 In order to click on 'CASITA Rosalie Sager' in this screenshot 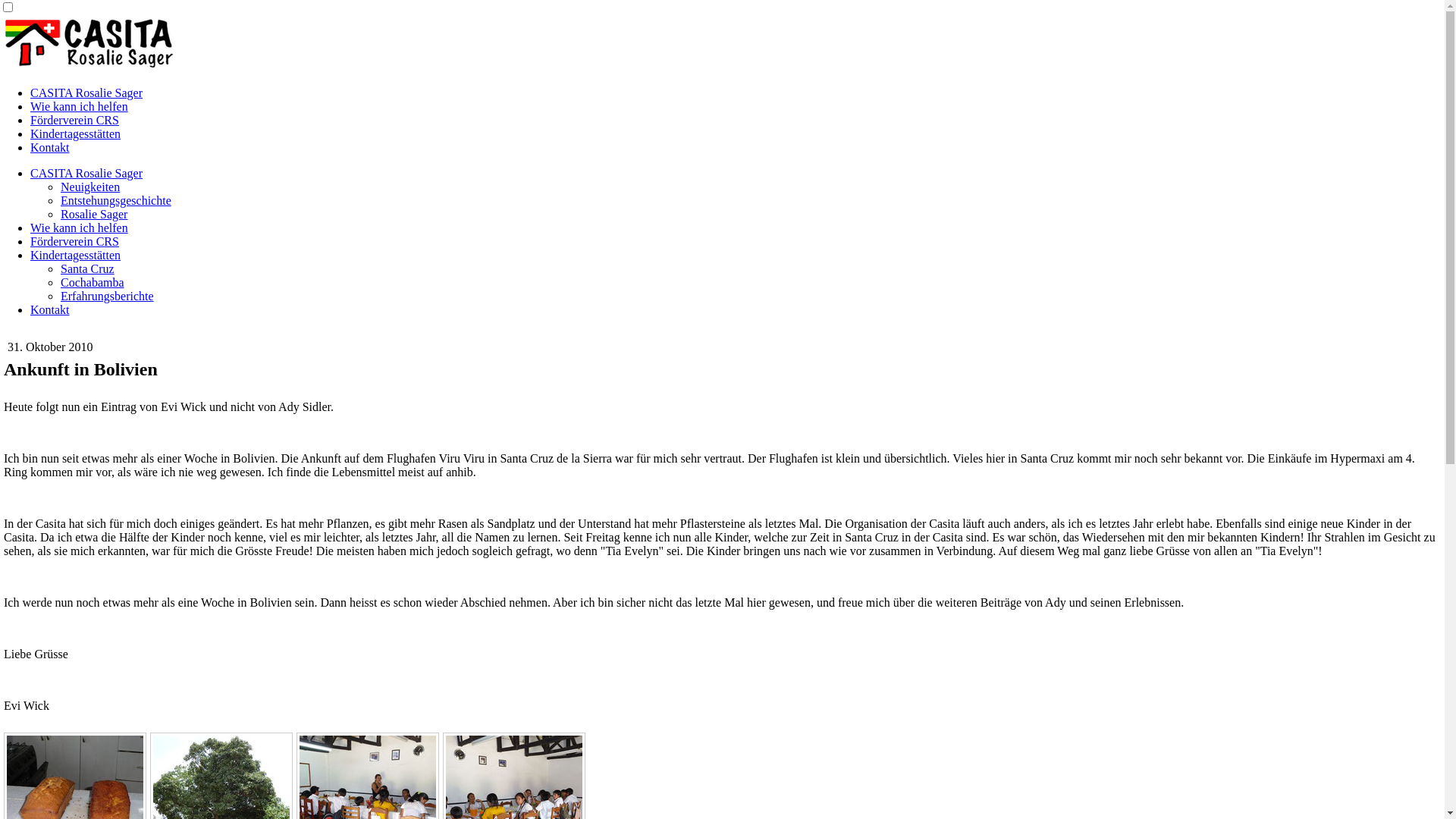, I will do `click(86, 172)`.